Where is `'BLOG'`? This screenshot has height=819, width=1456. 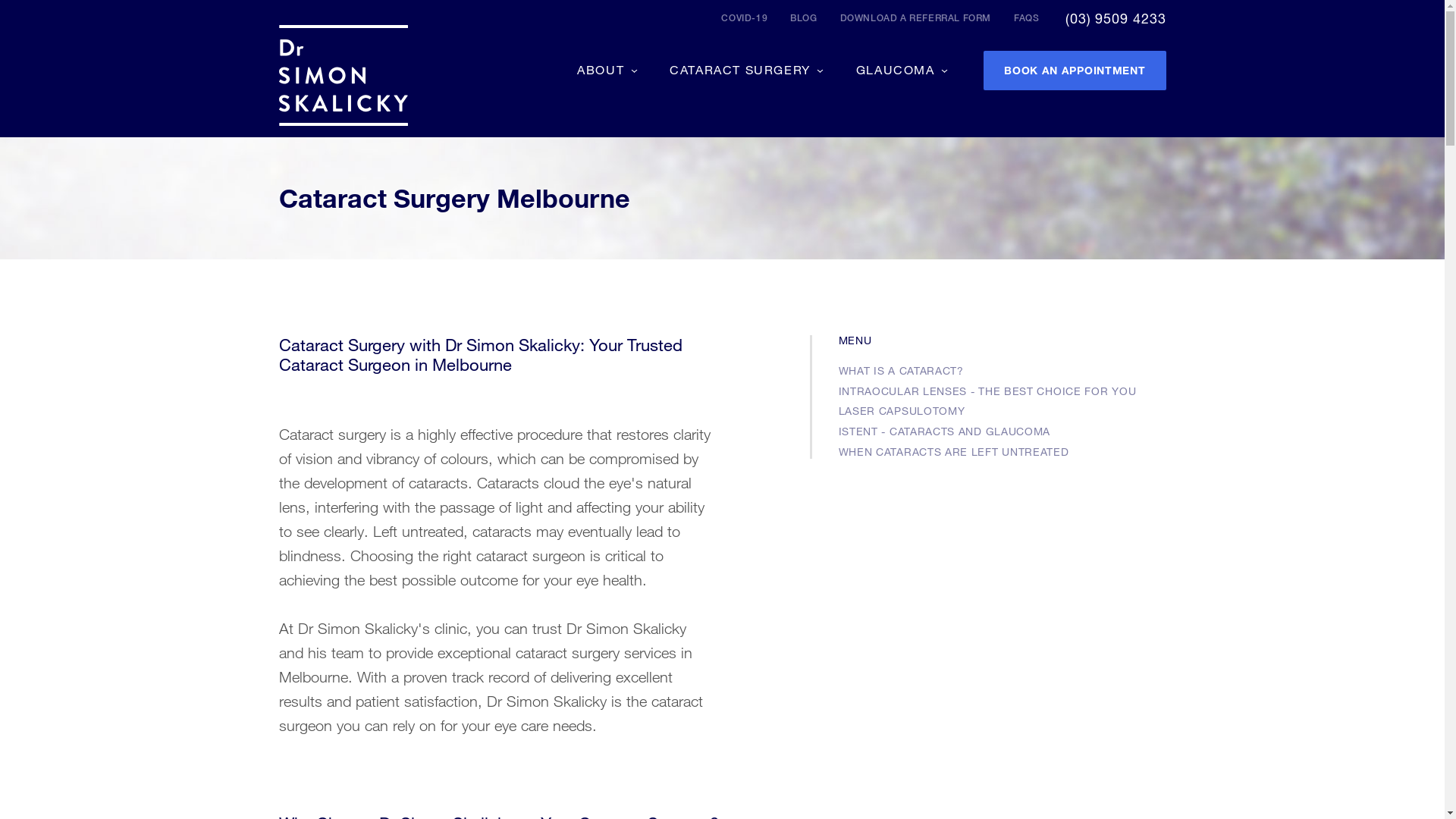
'BLOG' is located at coordinates (802, 17).